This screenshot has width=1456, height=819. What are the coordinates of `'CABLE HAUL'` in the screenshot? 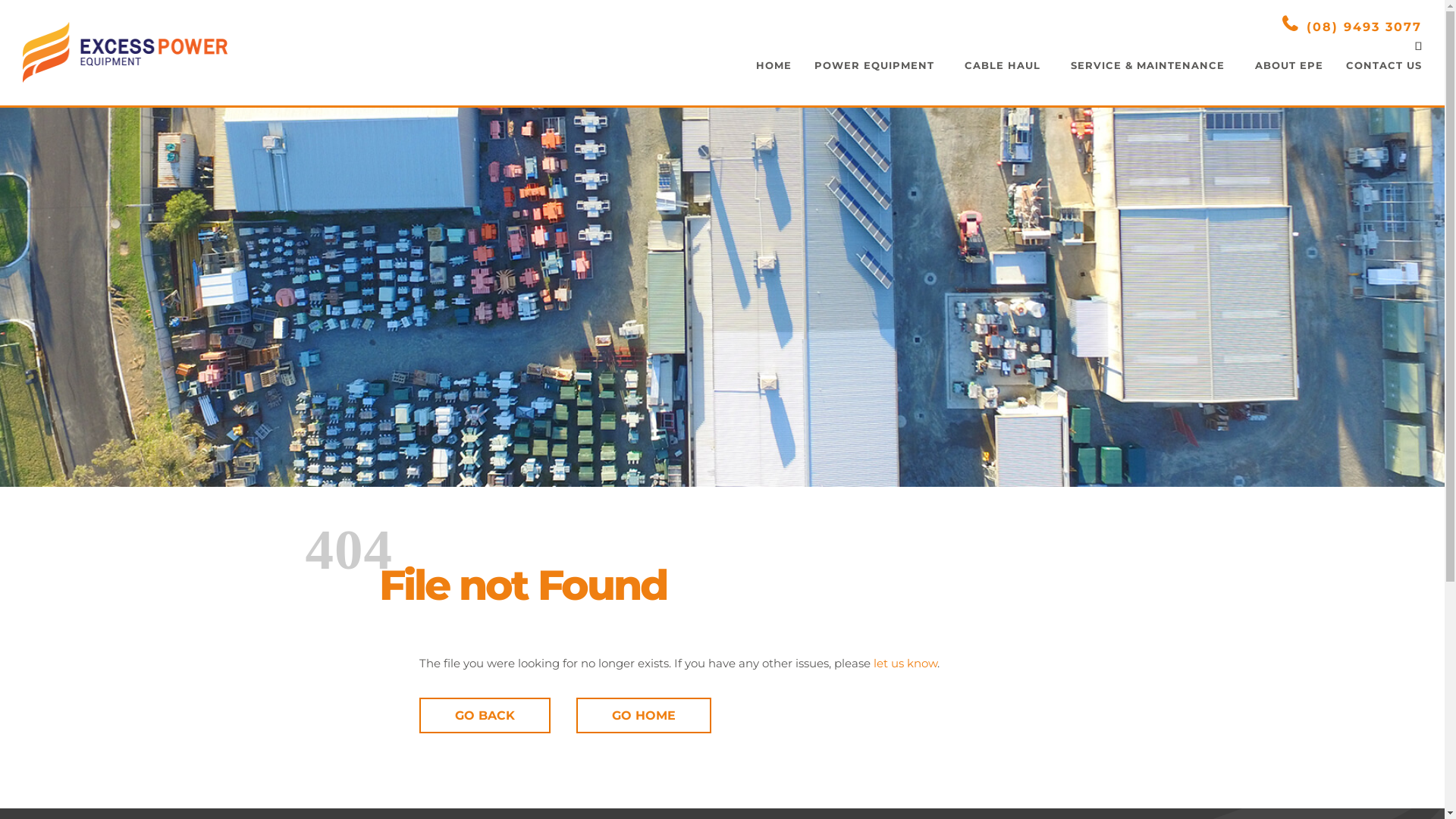 It's located at (1002, 80).